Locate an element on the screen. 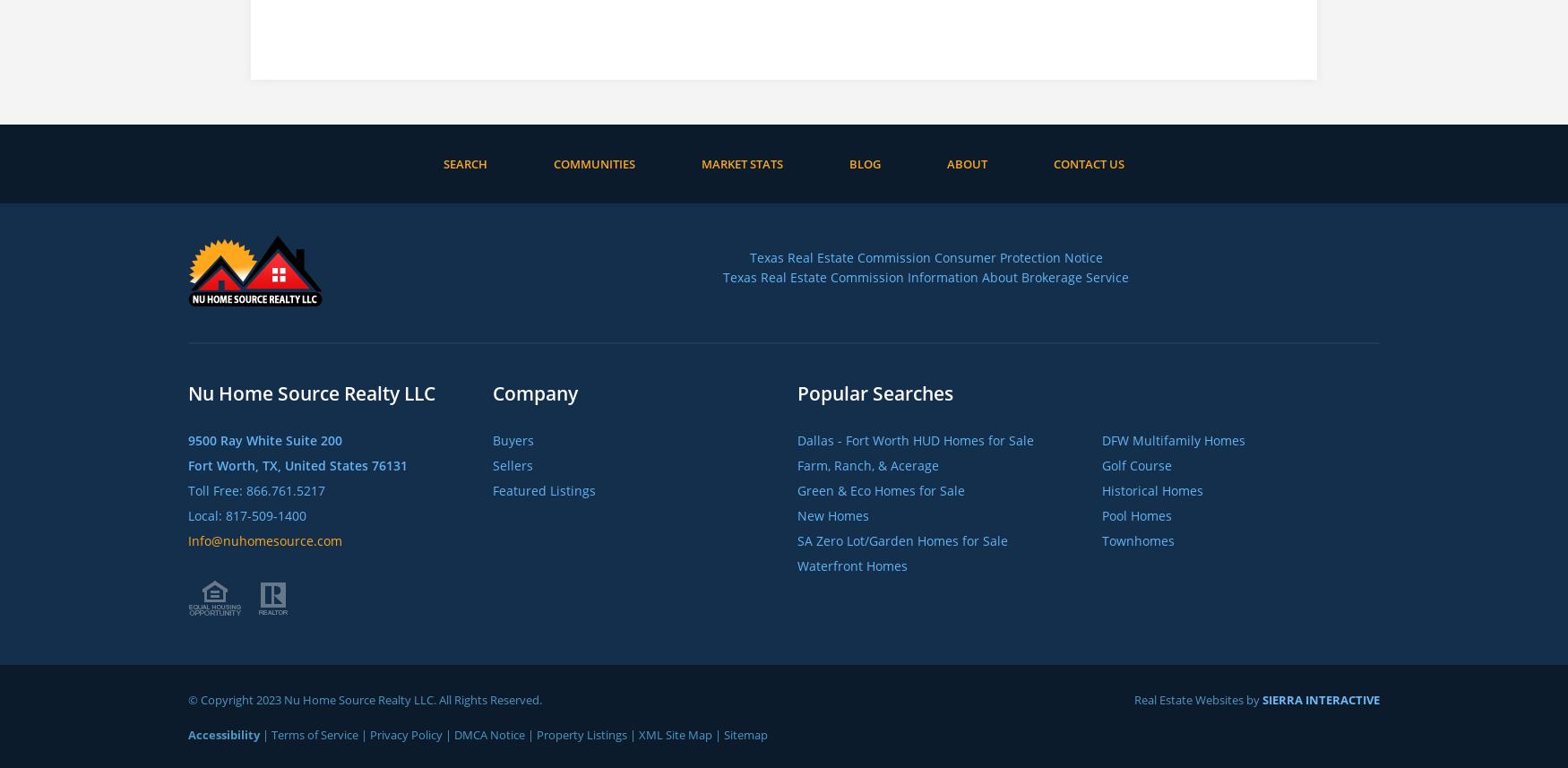 The width and height of the screenshot is (1568, 768). 'Real Estate Websites by' is located at coordinates (1133, 699).